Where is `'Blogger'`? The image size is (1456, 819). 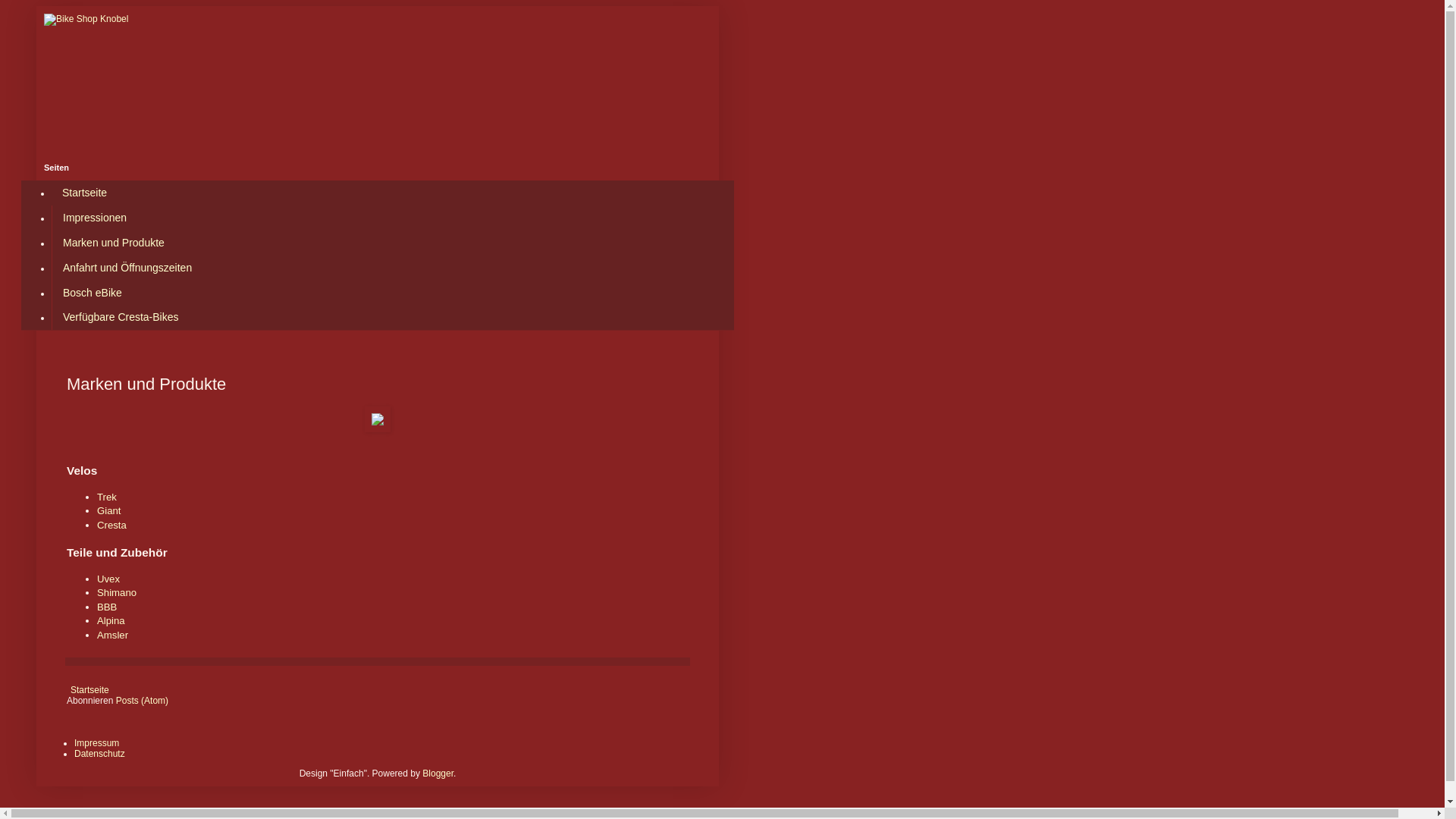 'Blogger' is located at coordinates (437, 773).